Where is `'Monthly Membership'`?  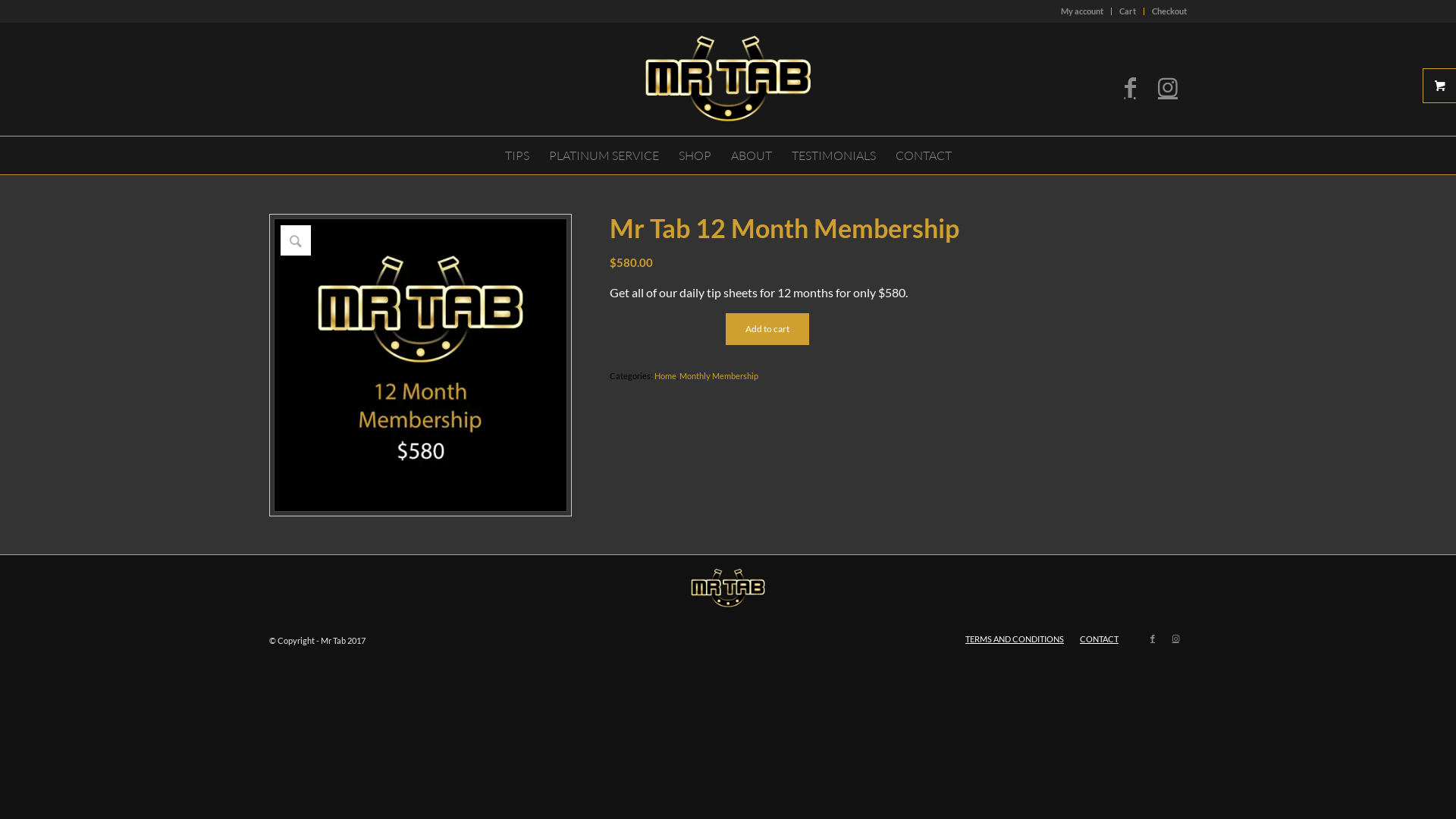
'Monthly Membership' is located at coordinates (718, 375).